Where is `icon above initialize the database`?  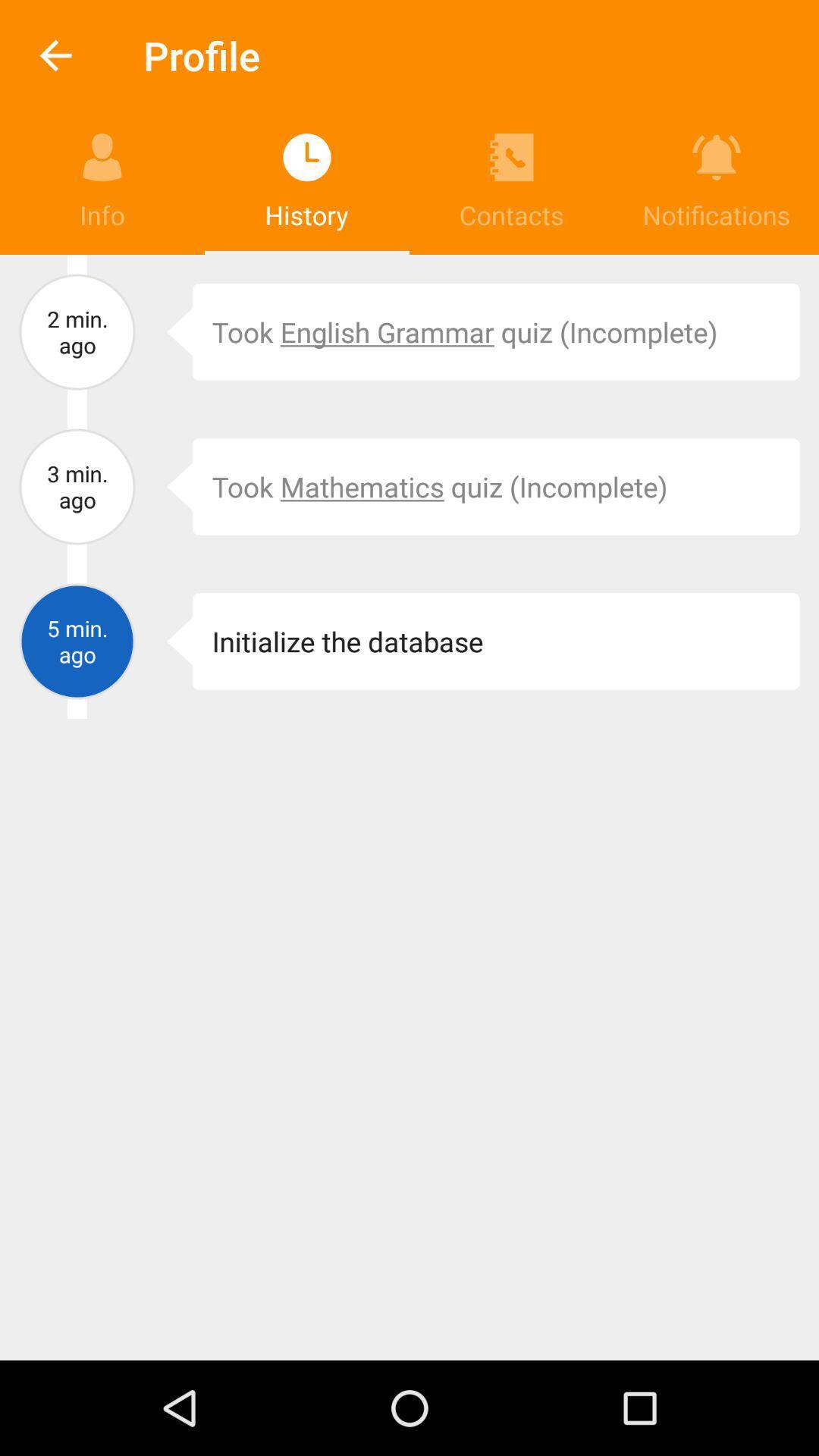 icon above initialize the database is located at coordinates (168, 487).